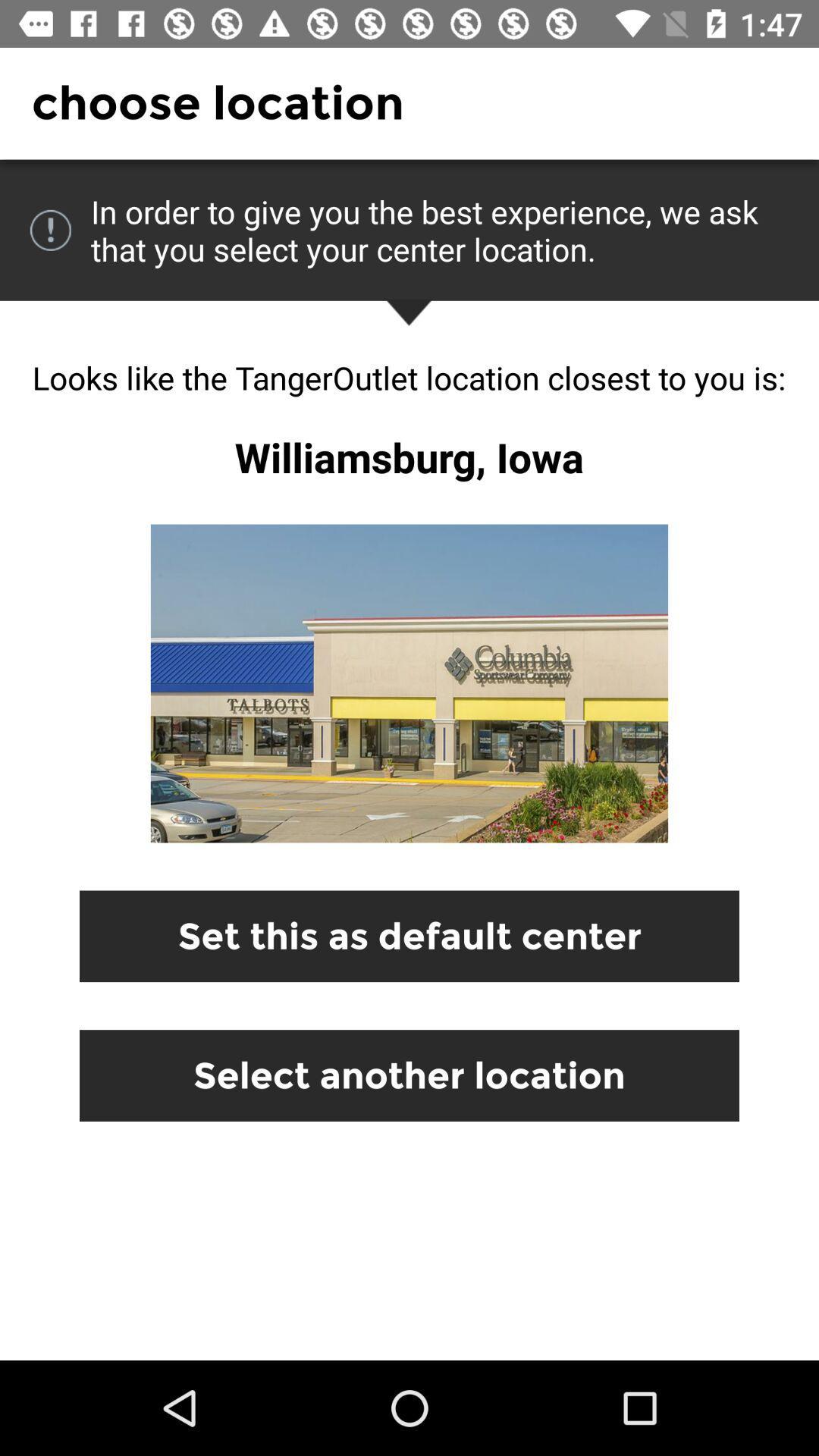 This screenshot has height=1456, width=819. Describe the element at coordinates (409, 935) in the screenshot. I see `icon above select another location icon` at that location.